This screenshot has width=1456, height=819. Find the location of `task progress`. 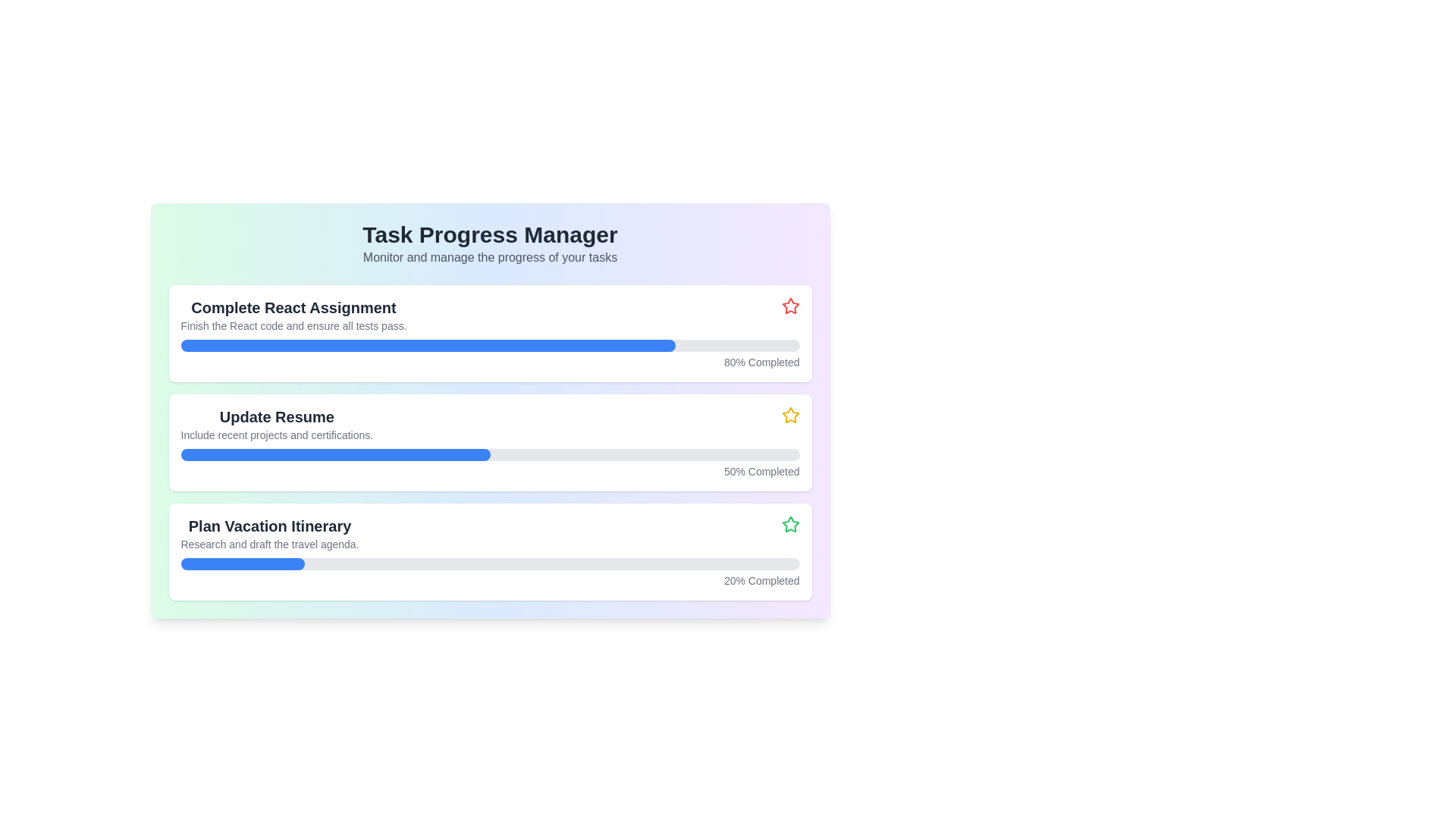

task progress is located at coordinates (750, 564).